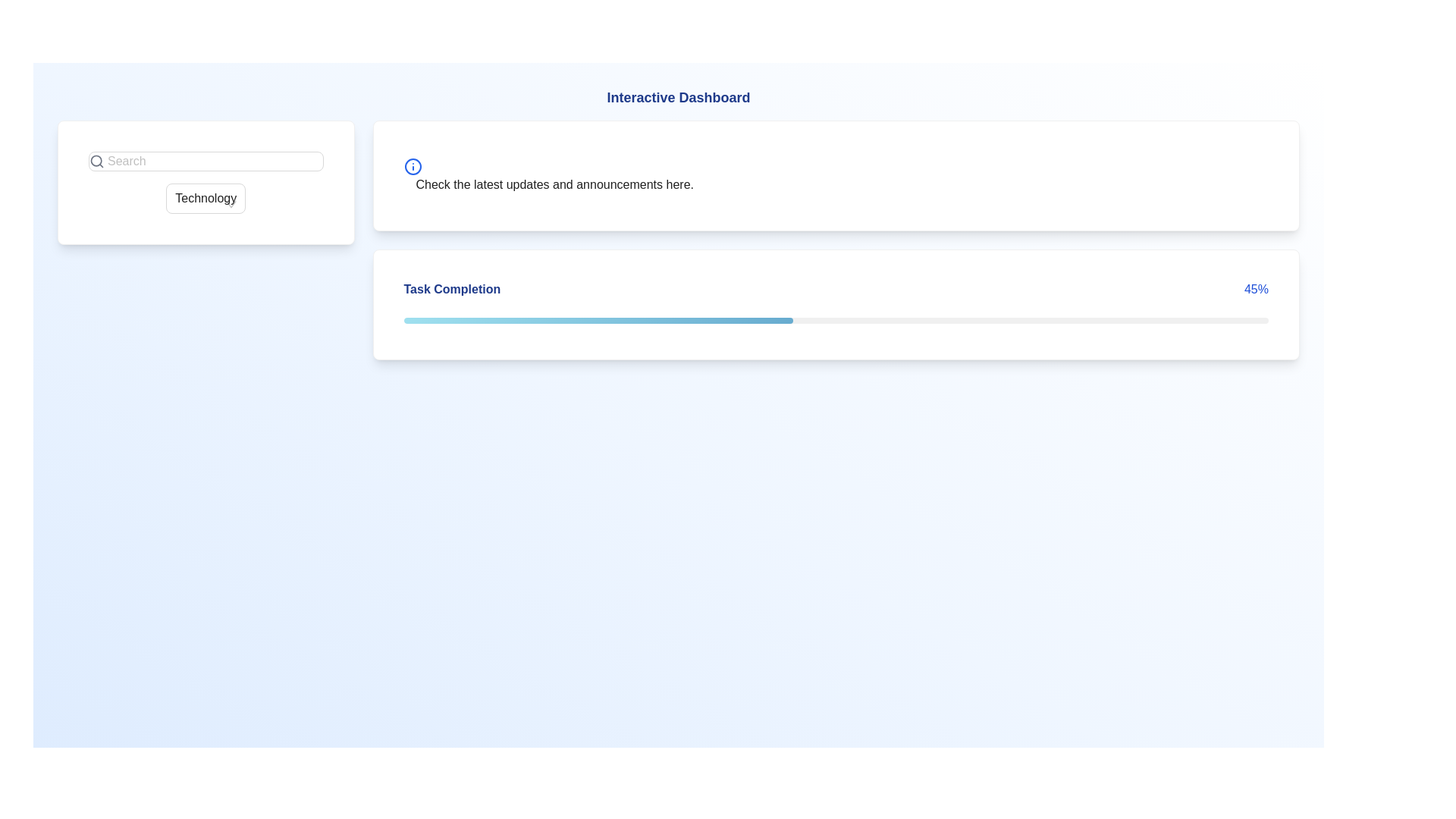 Image resolution: width=1456 pixels, height=819 pixels. Describe the element at coordinates (835, 318) in the screenshot. I see `the horizontal progress bar with a gradient fill that represents 45% progress, located within the white card titled 'Task Completion'` at that location.